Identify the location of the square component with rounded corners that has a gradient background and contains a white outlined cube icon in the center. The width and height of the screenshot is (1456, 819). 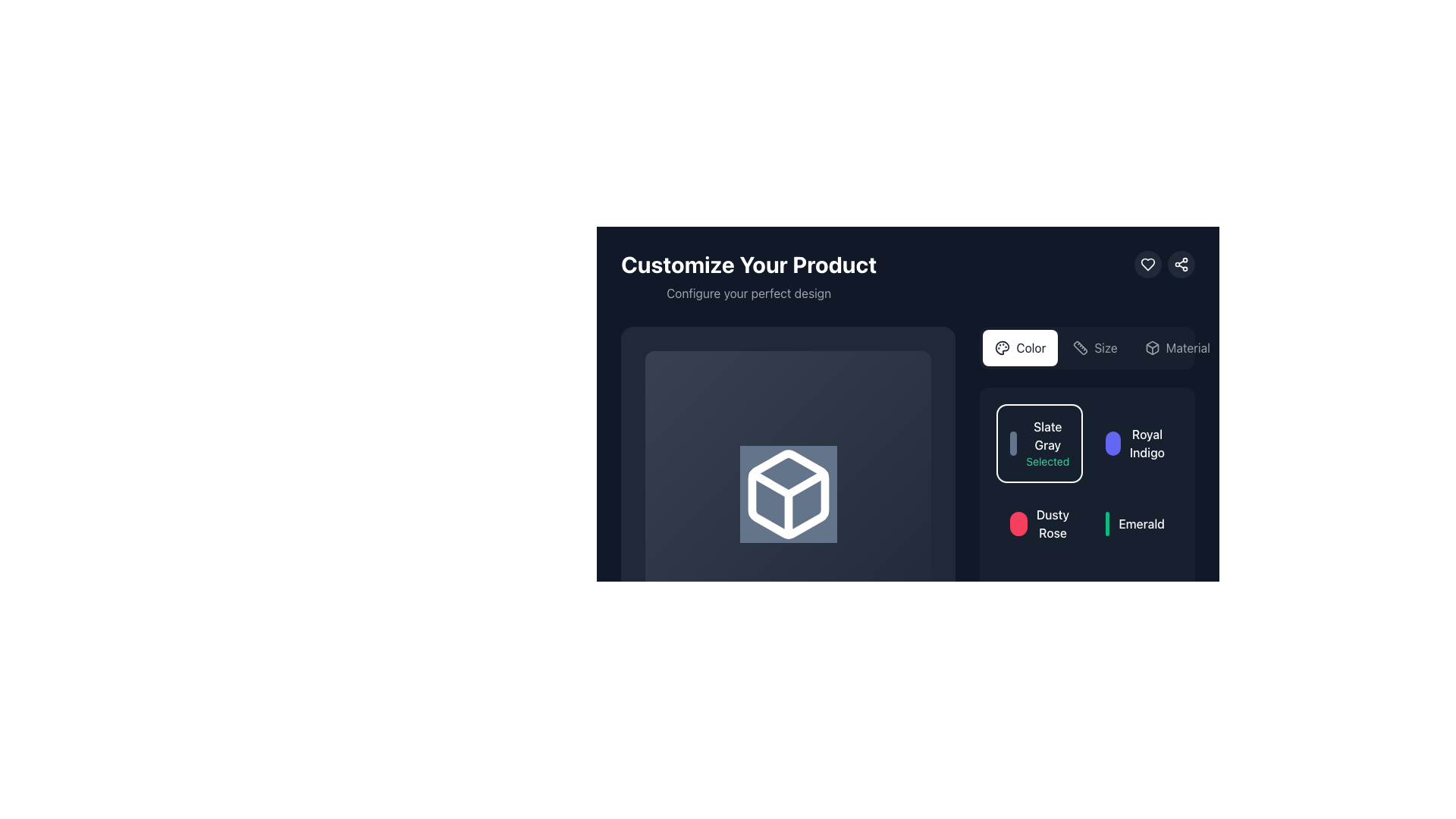
(788, 494).